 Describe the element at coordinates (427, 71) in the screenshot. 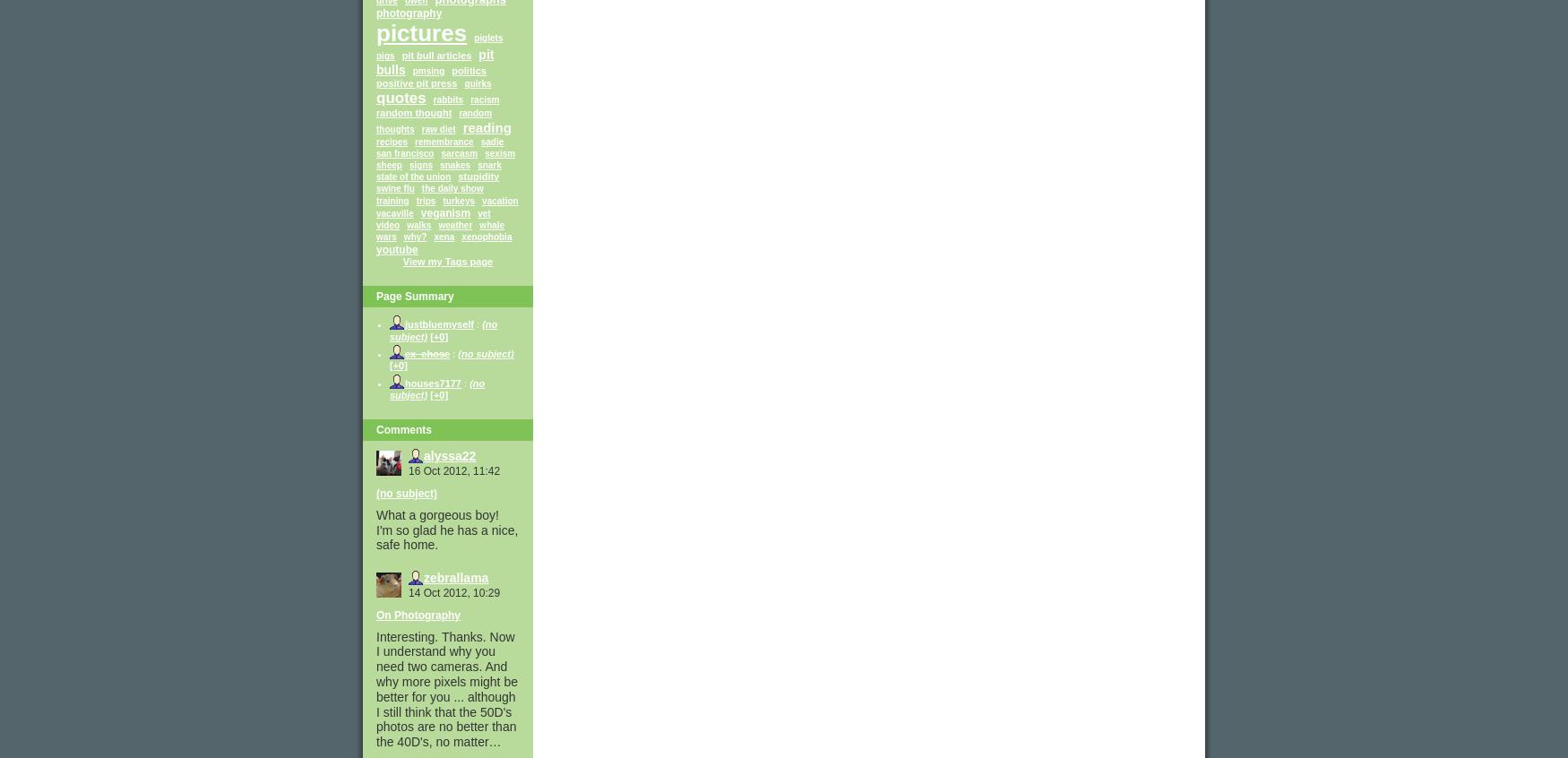

I see `'pmsing'` at that location.